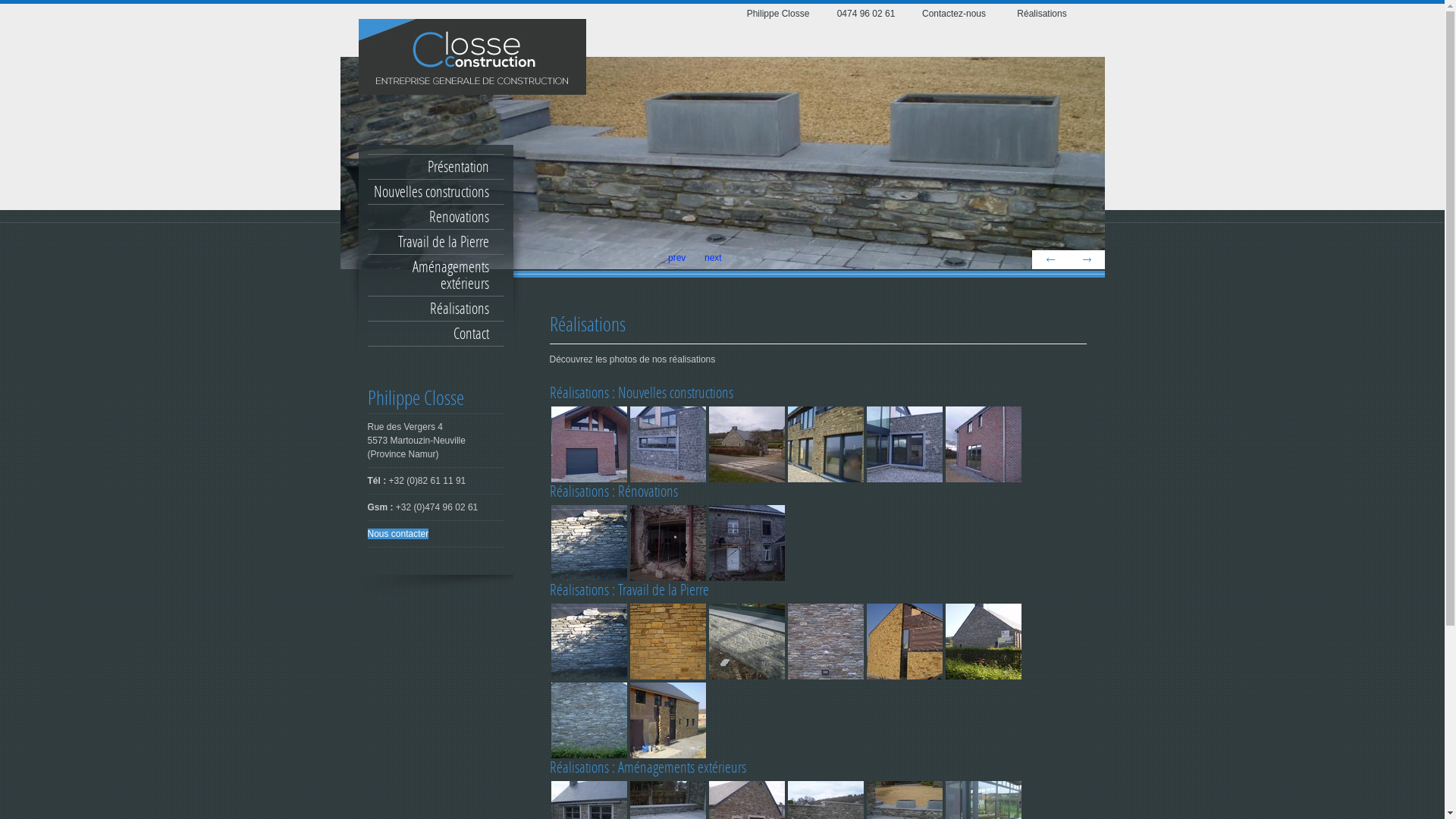  Describe the element at coordinates (435, 191) in the screenshot. I see `'Nouvelles constructions'` at that location.